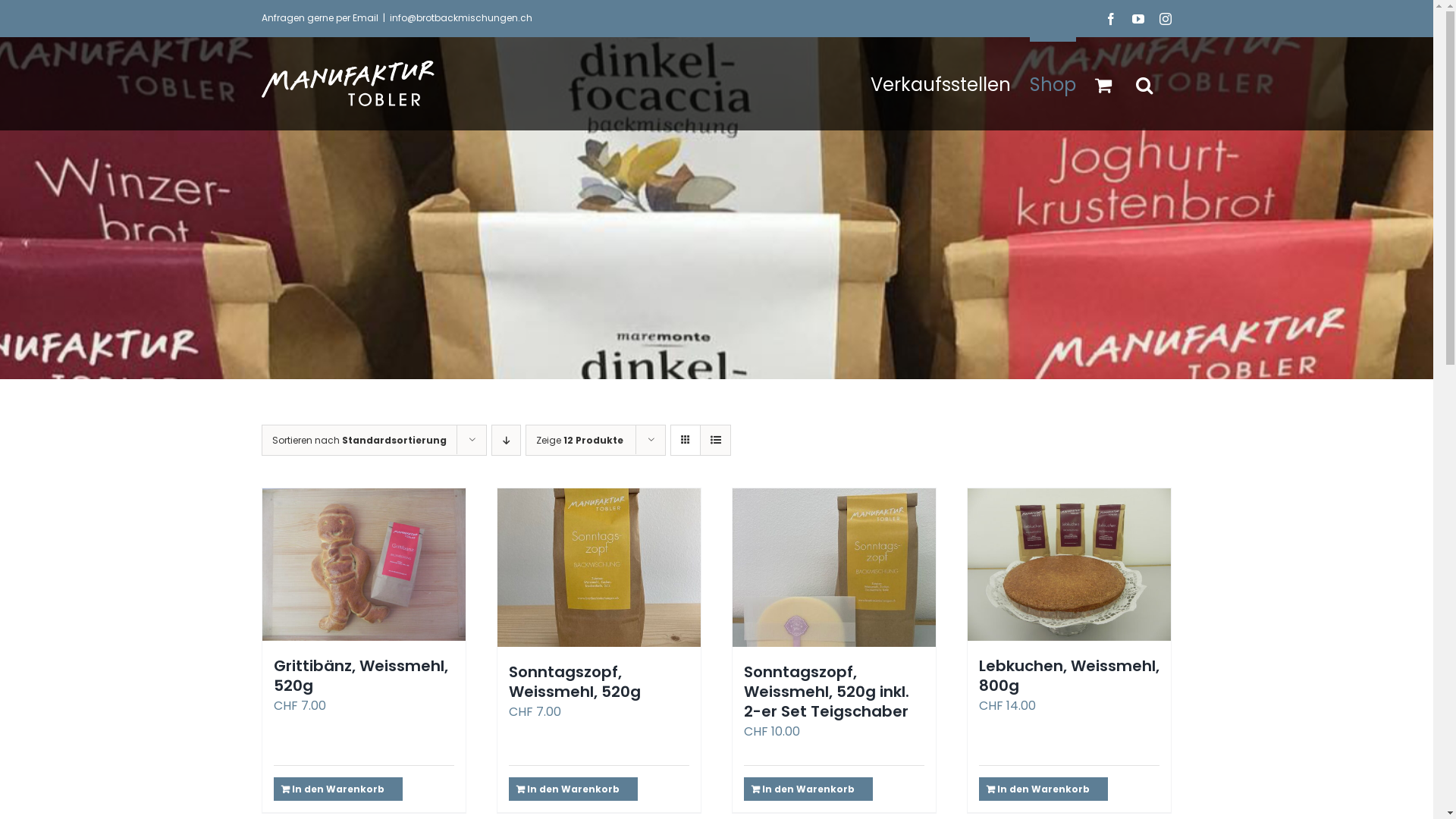 The height and width of the screenshot is (819, 1456). What do you see at coordinates (1068, 675) in the screenshot?
I see `'Lebkuchen, Weissmehl, 800g'` at bounding box center [1068, 675].